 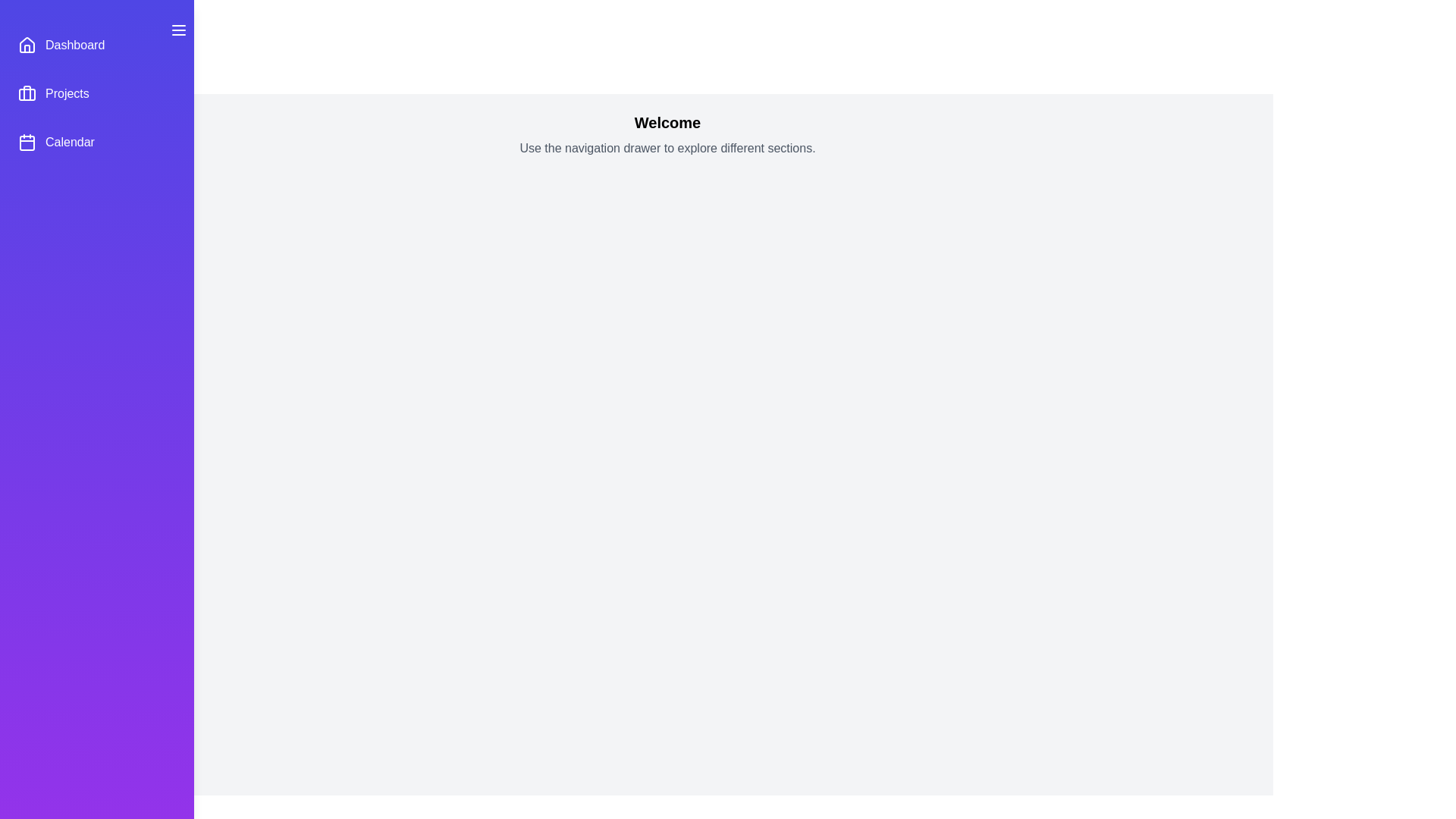 What do you see at coordinates (178, 30) in the screenshot?
I see `the toggle button to open or close the drawer` at bounding box center [178, 30].